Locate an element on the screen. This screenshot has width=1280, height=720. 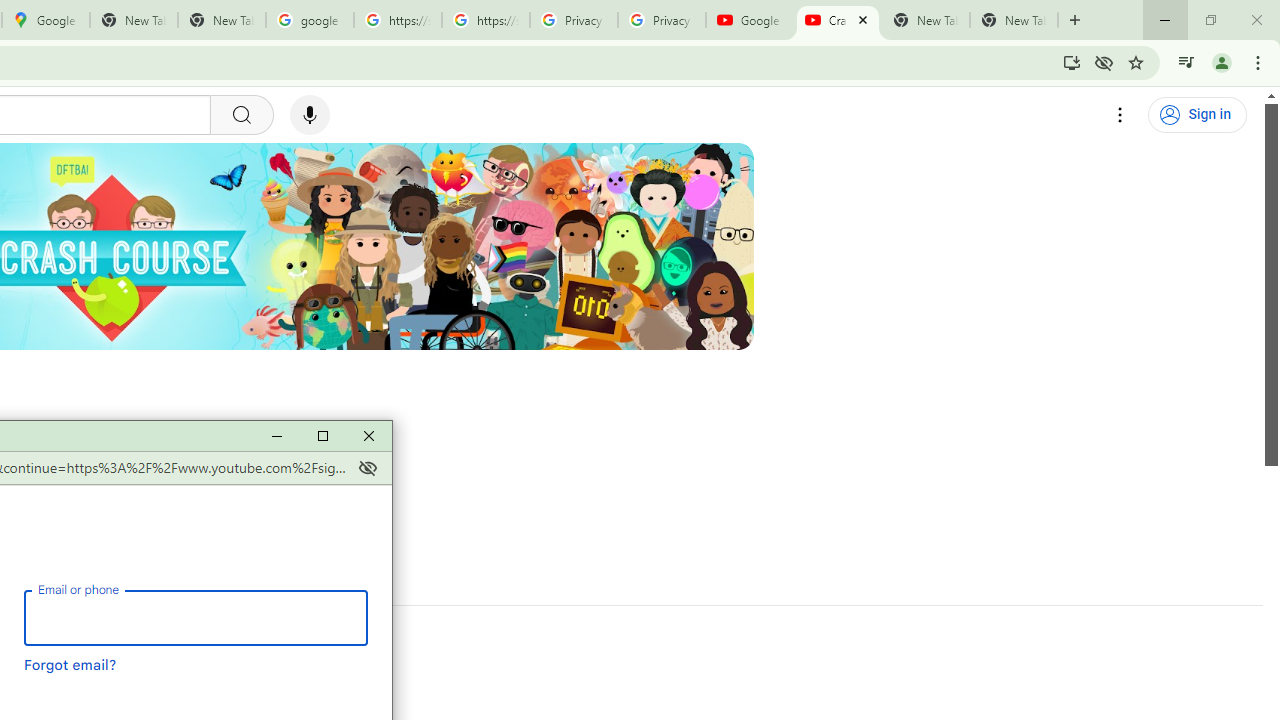
'Maximize' is located at coordinates (322, 435).